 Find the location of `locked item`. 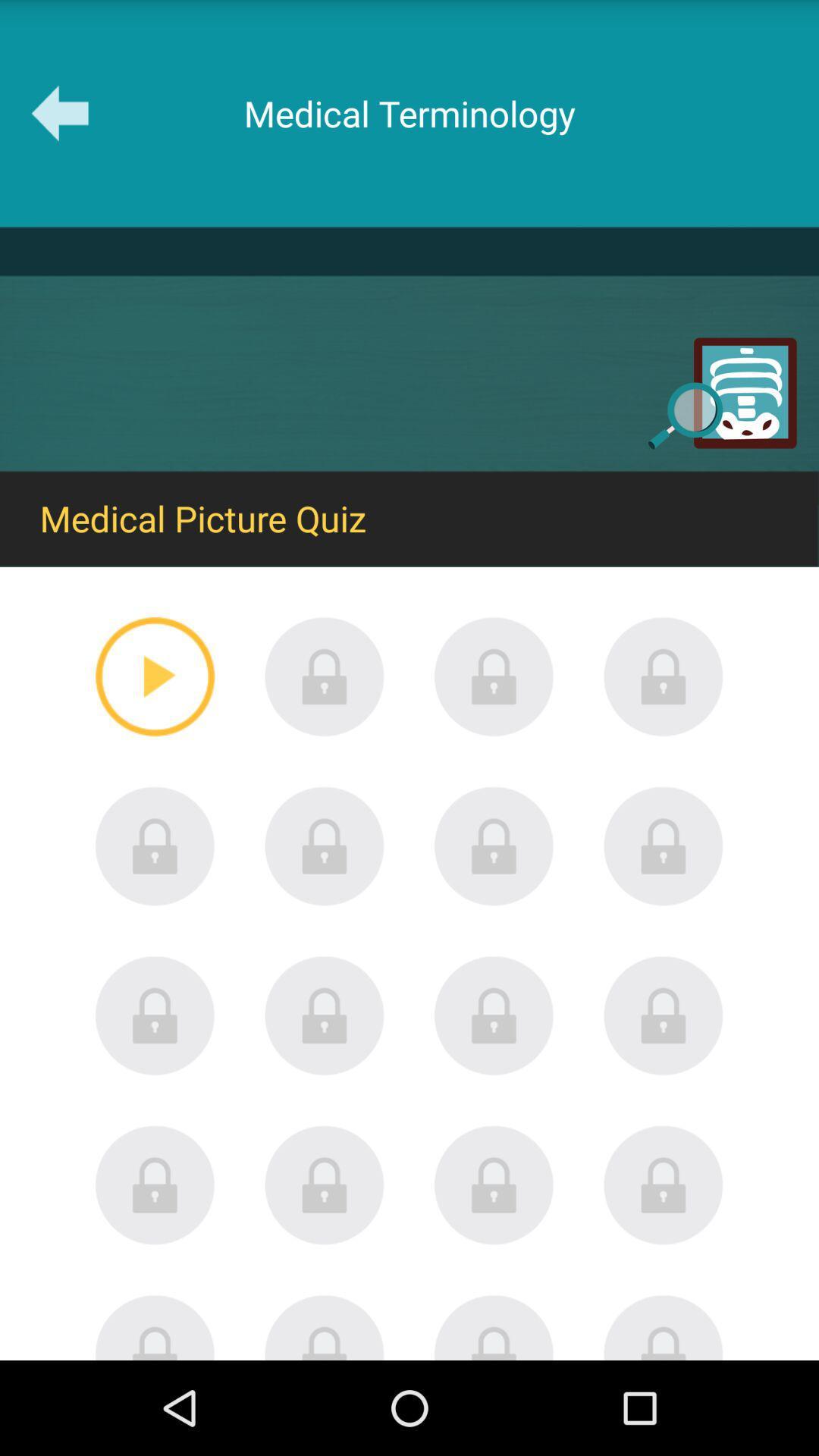

locked item is located at coordinates (663, 676).